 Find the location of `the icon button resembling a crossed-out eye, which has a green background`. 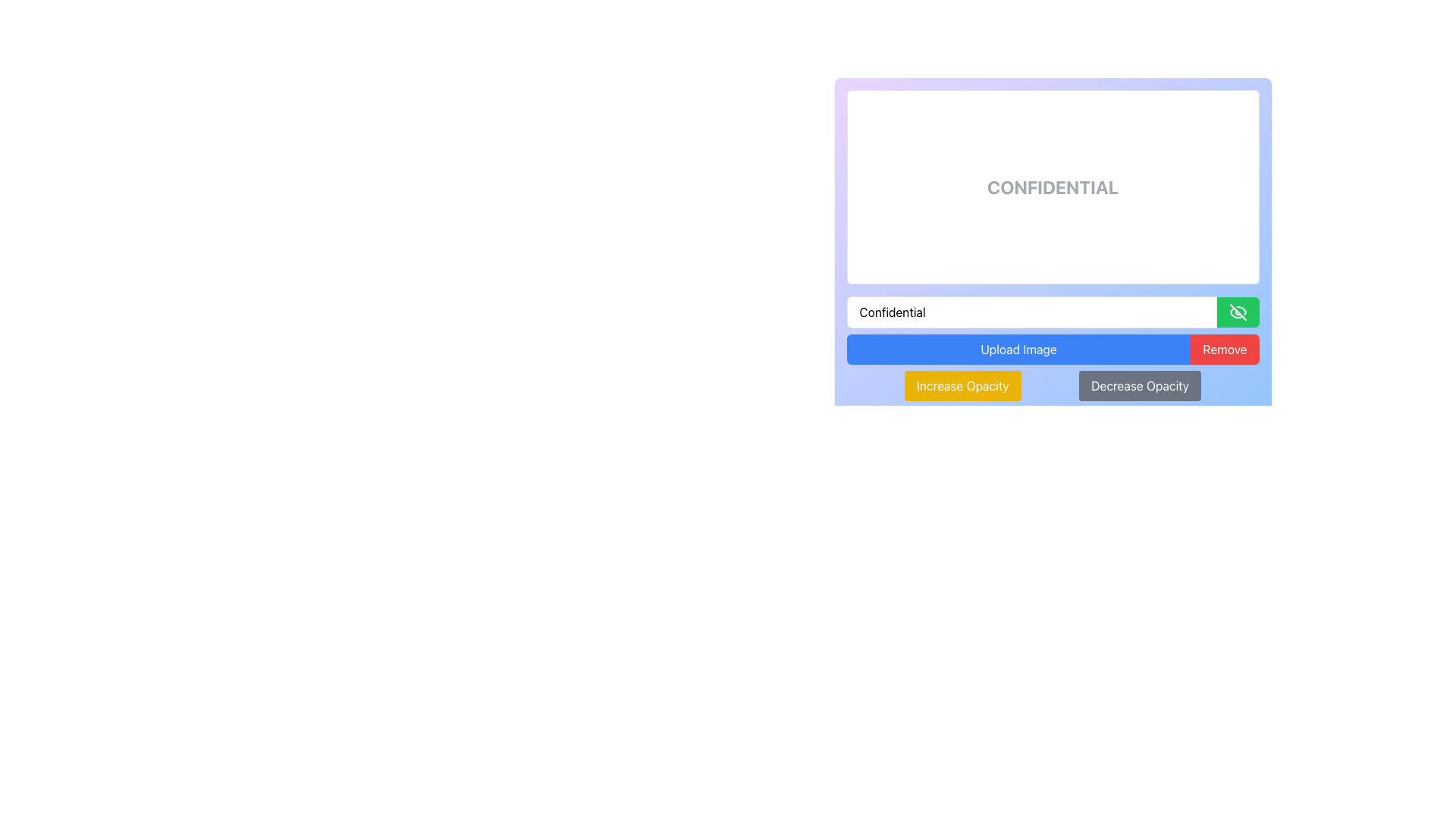

the icon button resembling a crossed-out eye, which has a green background is located at coordinates (1238, 312).